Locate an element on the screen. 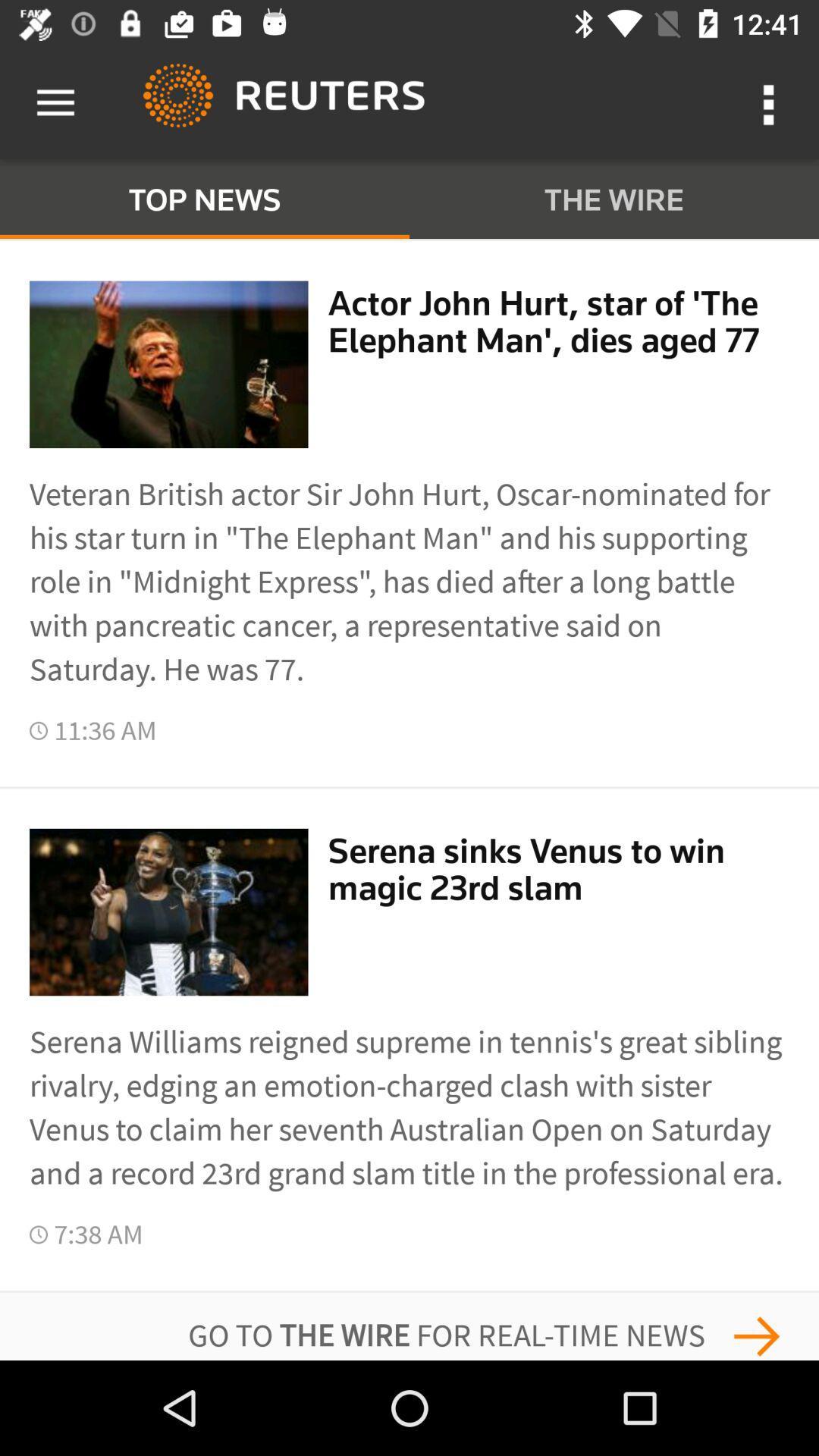 The width and height of the screenshot is (819, 1456). the second picture next to 1136 am is located at coordinates (169, 912).